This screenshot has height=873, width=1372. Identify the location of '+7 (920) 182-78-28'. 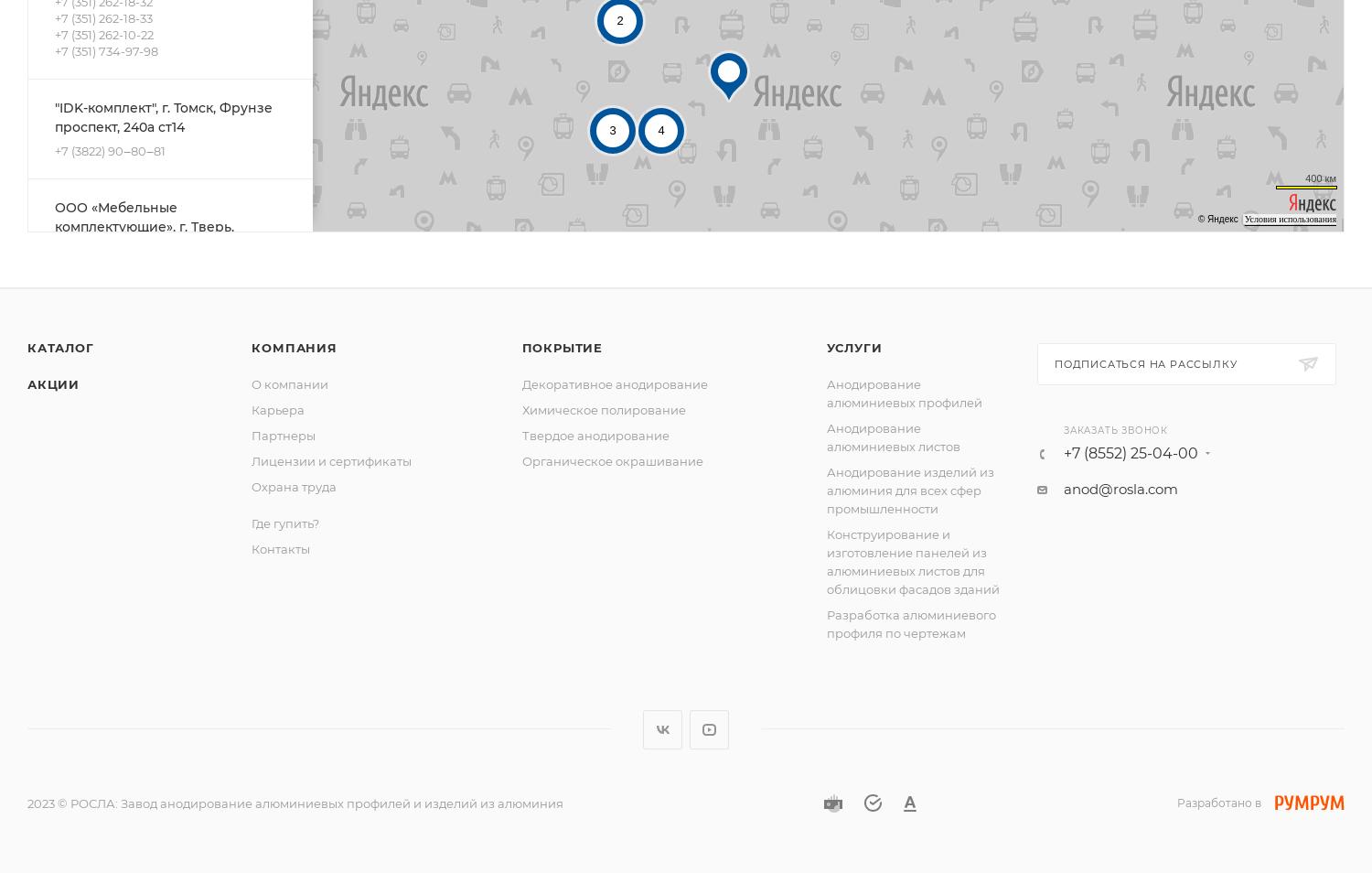
(106, 269).